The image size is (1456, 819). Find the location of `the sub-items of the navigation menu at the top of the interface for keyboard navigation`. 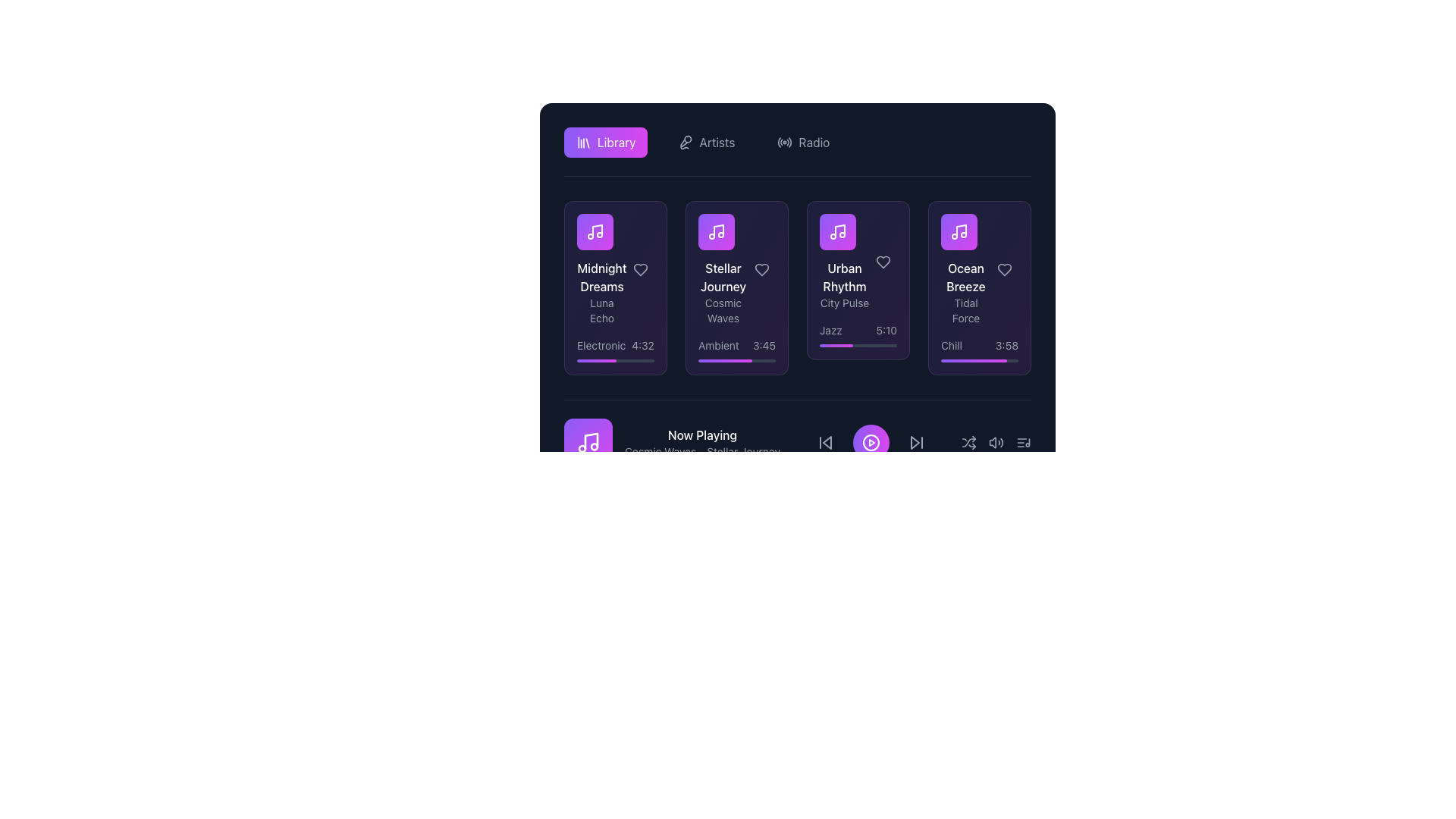

the sub-items of the navigation menu at the top of the interface for keyboard navigation is located at coordinates (796, 143).